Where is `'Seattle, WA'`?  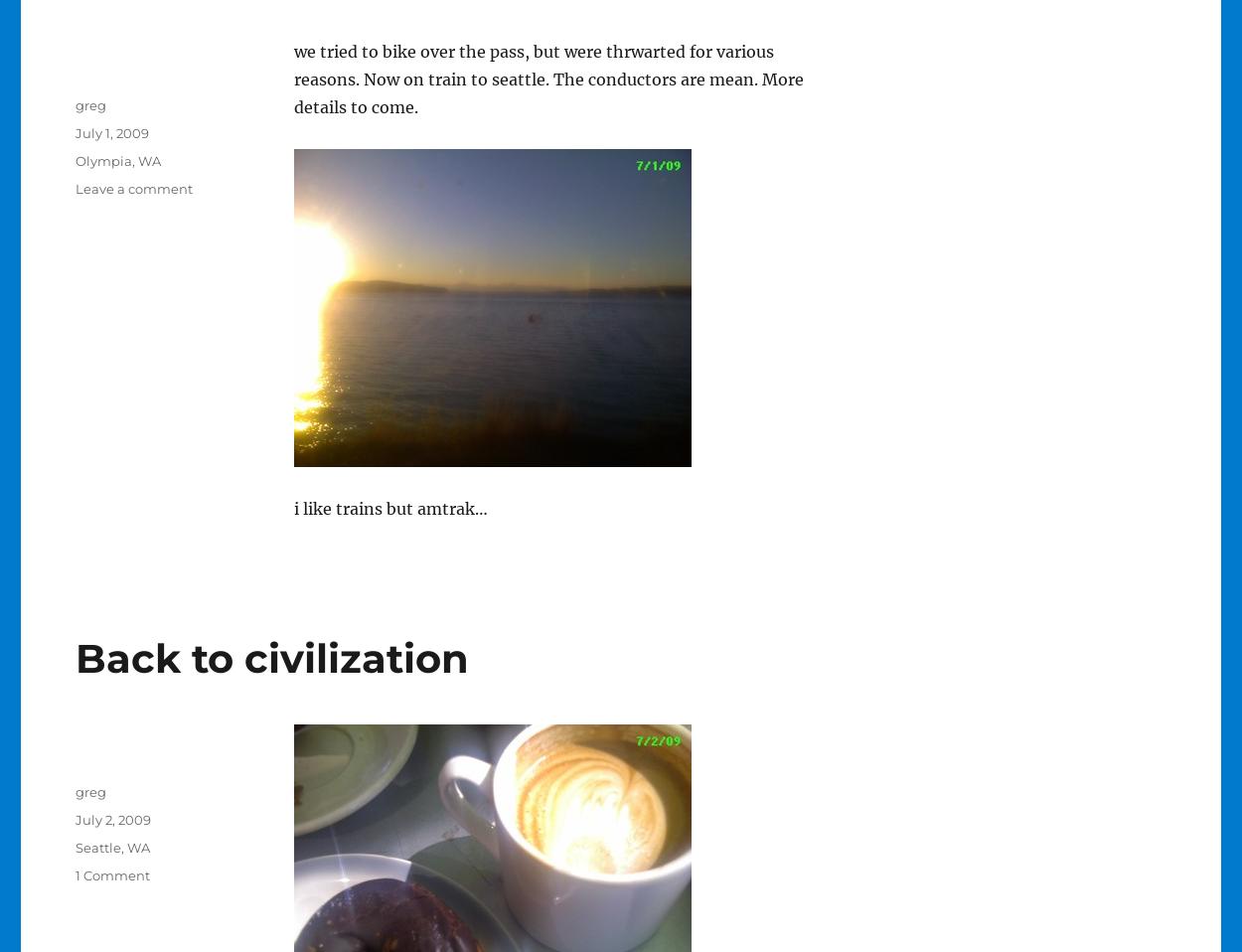 'Seattle, WA' is located at coordinates (110, 847).